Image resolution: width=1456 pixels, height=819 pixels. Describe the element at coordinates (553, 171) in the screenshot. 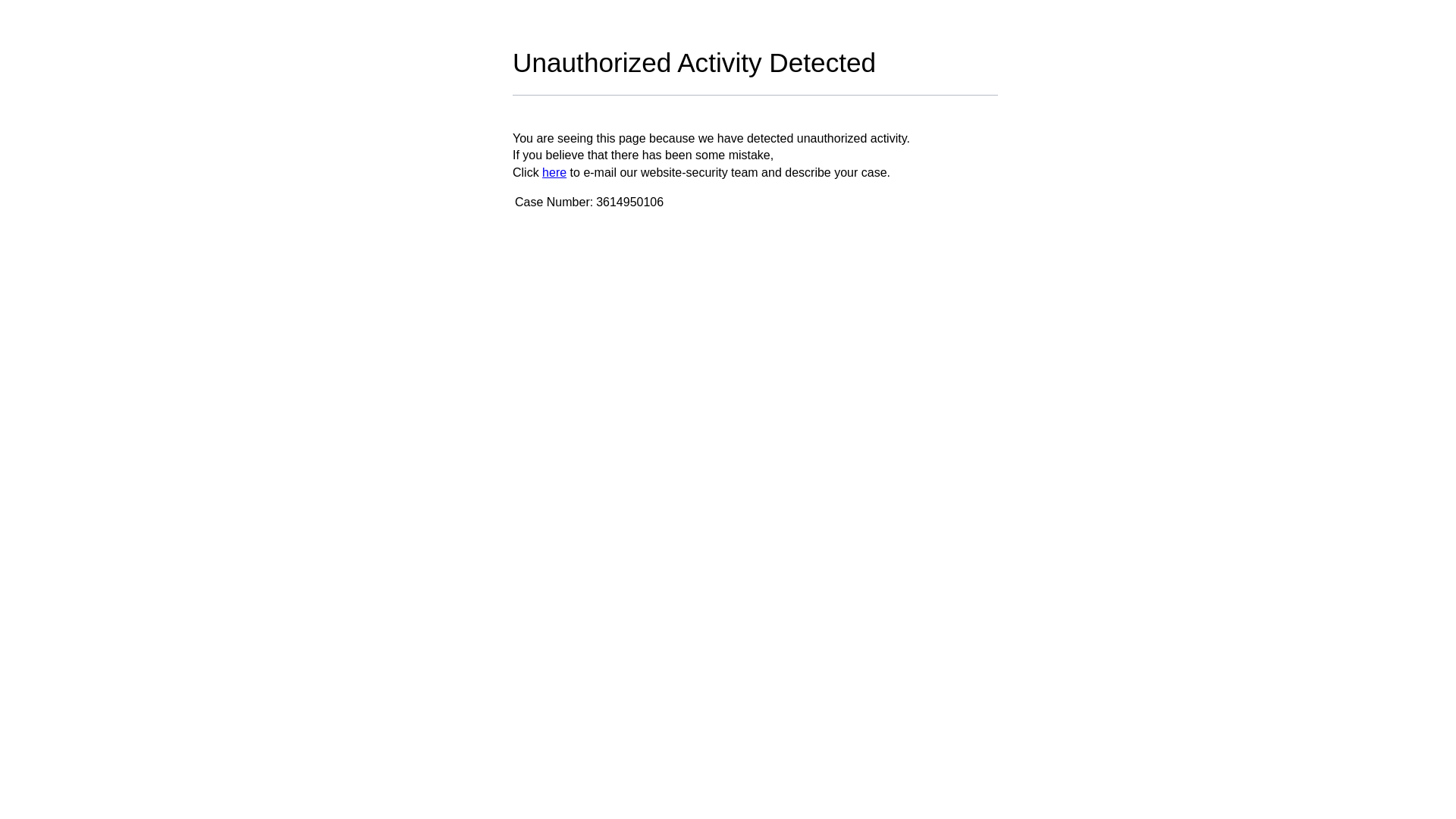

I see `'here'` at that location.